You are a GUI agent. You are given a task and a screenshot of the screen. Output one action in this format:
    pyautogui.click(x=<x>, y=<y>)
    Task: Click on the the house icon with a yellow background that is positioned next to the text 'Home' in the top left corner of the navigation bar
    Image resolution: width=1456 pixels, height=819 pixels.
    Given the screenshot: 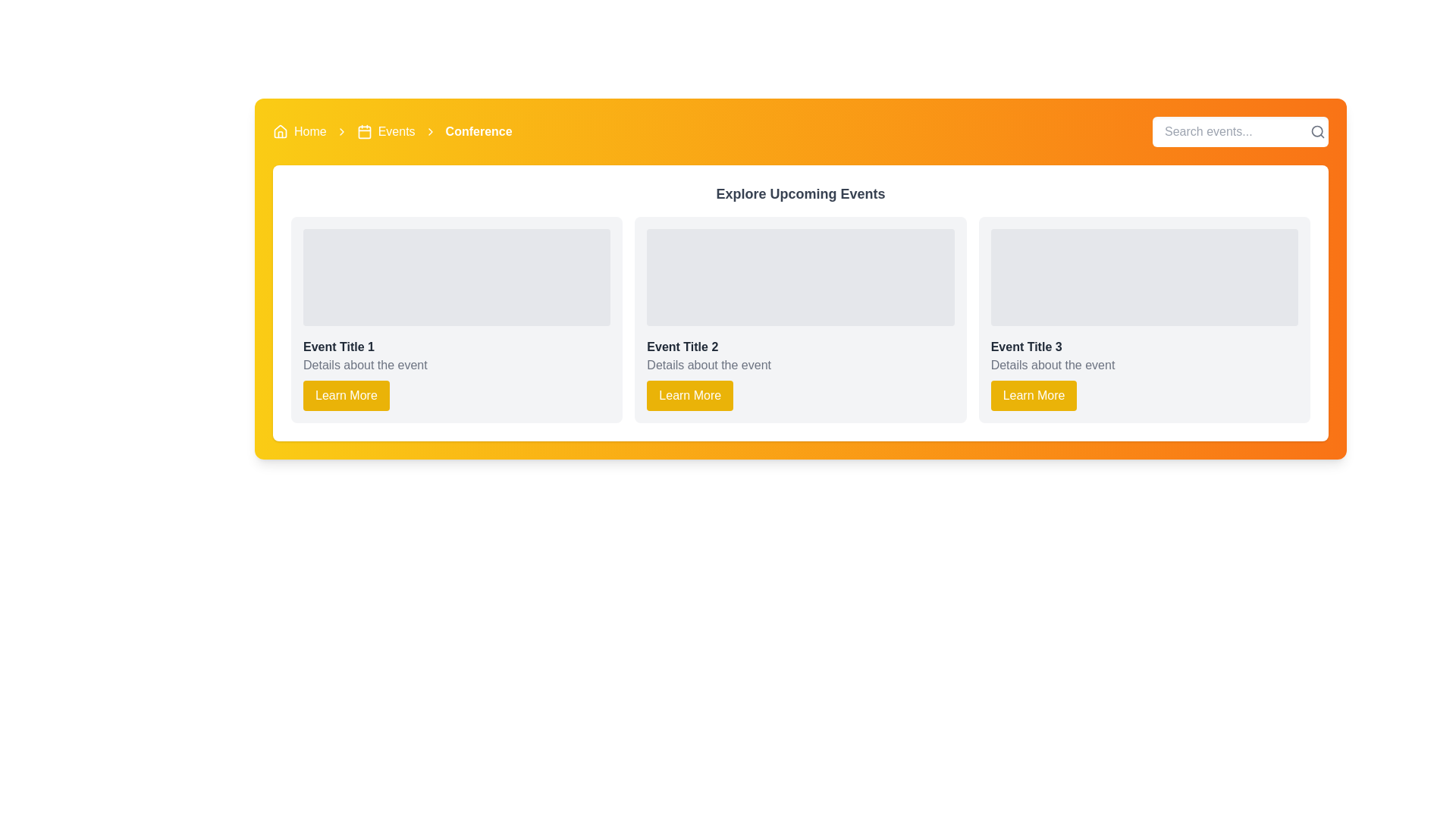 What is the action you would take?
    pyautogui.click(x=280, y=130)
    